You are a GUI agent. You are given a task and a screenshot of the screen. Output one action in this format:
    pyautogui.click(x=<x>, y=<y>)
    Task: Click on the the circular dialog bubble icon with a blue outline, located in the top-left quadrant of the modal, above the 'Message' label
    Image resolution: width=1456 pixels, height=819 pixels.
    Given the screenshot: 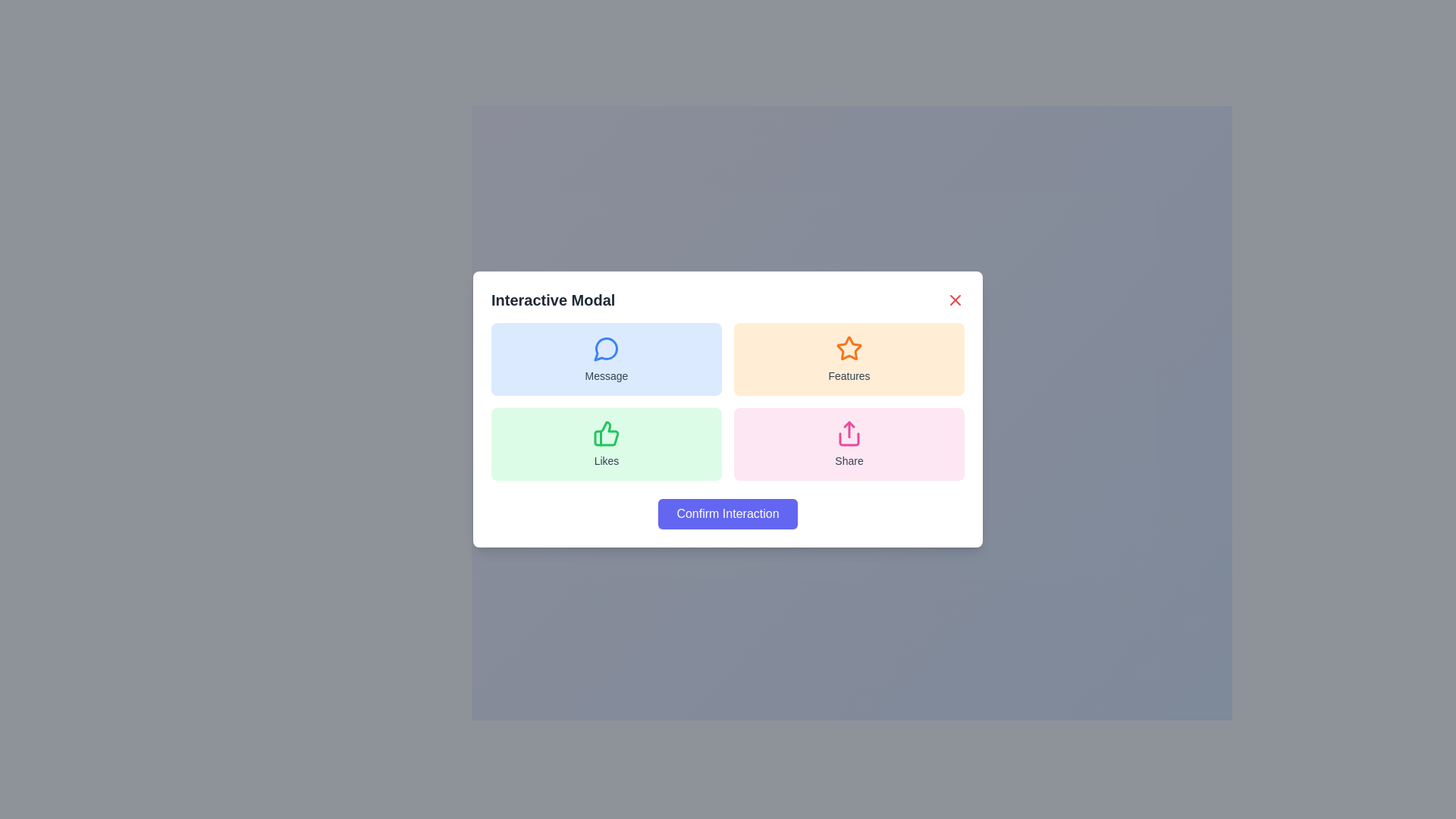 What is the action you would take?
    pyautogui.click(x=605, y=349)
    